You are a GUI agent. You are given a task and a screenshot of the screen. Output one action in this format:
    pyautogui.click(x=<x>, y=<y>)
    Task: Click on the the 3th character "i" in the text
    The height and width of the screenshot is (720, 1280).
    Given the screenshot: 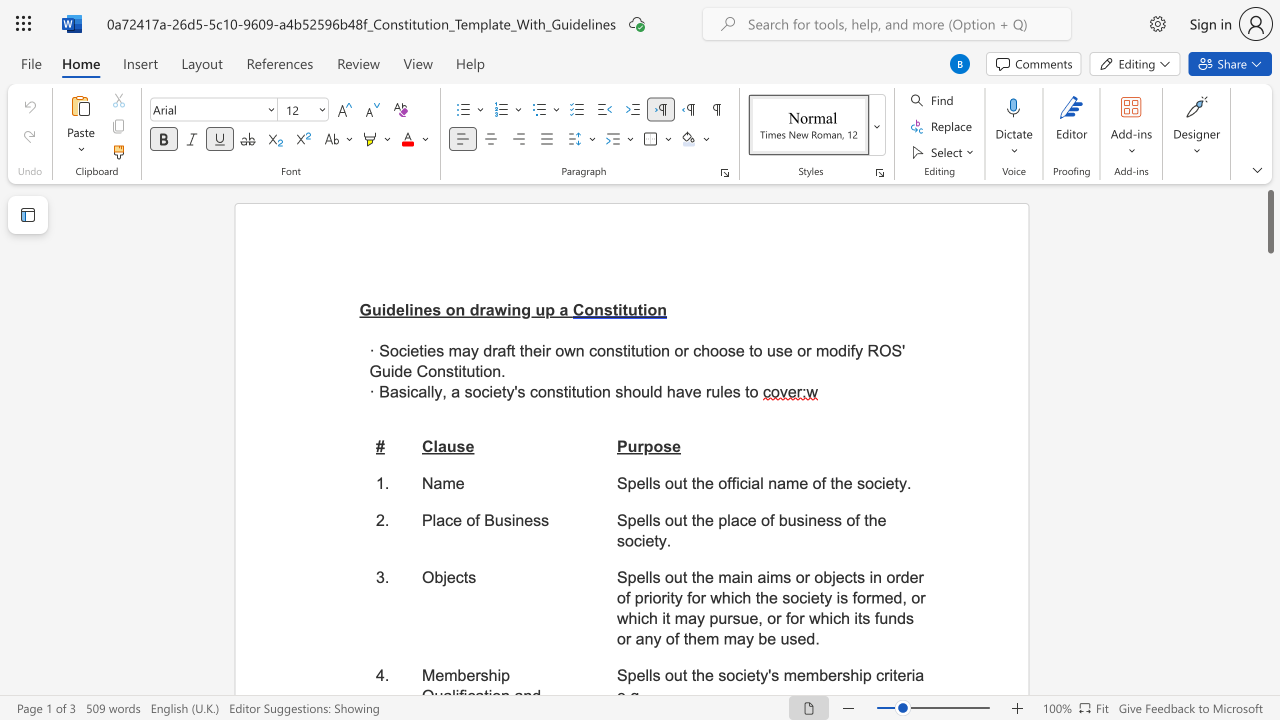 What is the action you would take?
    pyautogui.click(x=590, y=392)
    